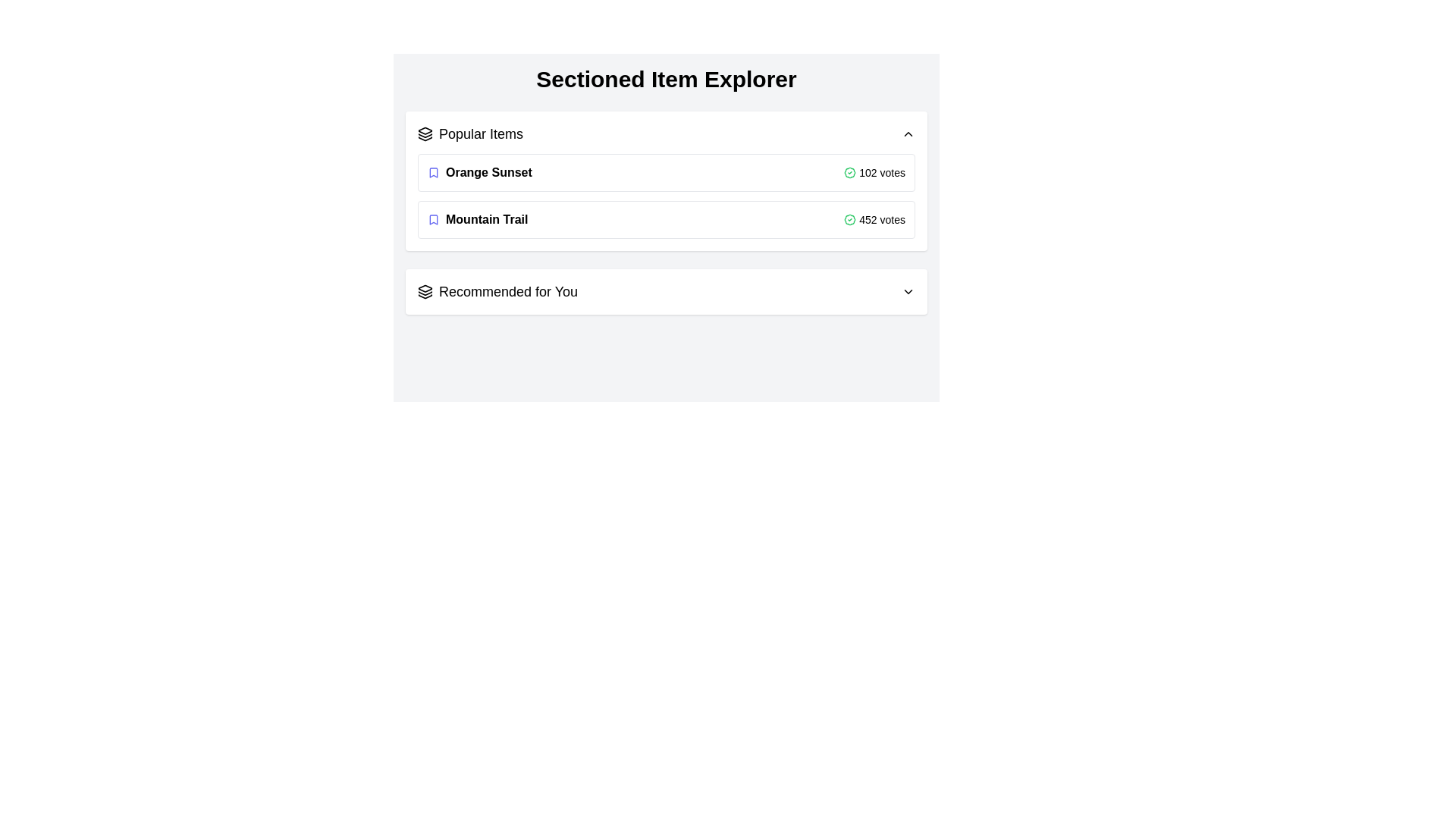 The height and width of the screenshot is (819, 1456). I want to click on the verification badge icon located to the left of the text '102 votes' in the 'Orange Sunset' item row within the 'Popular Items' section, so click(850, 171).